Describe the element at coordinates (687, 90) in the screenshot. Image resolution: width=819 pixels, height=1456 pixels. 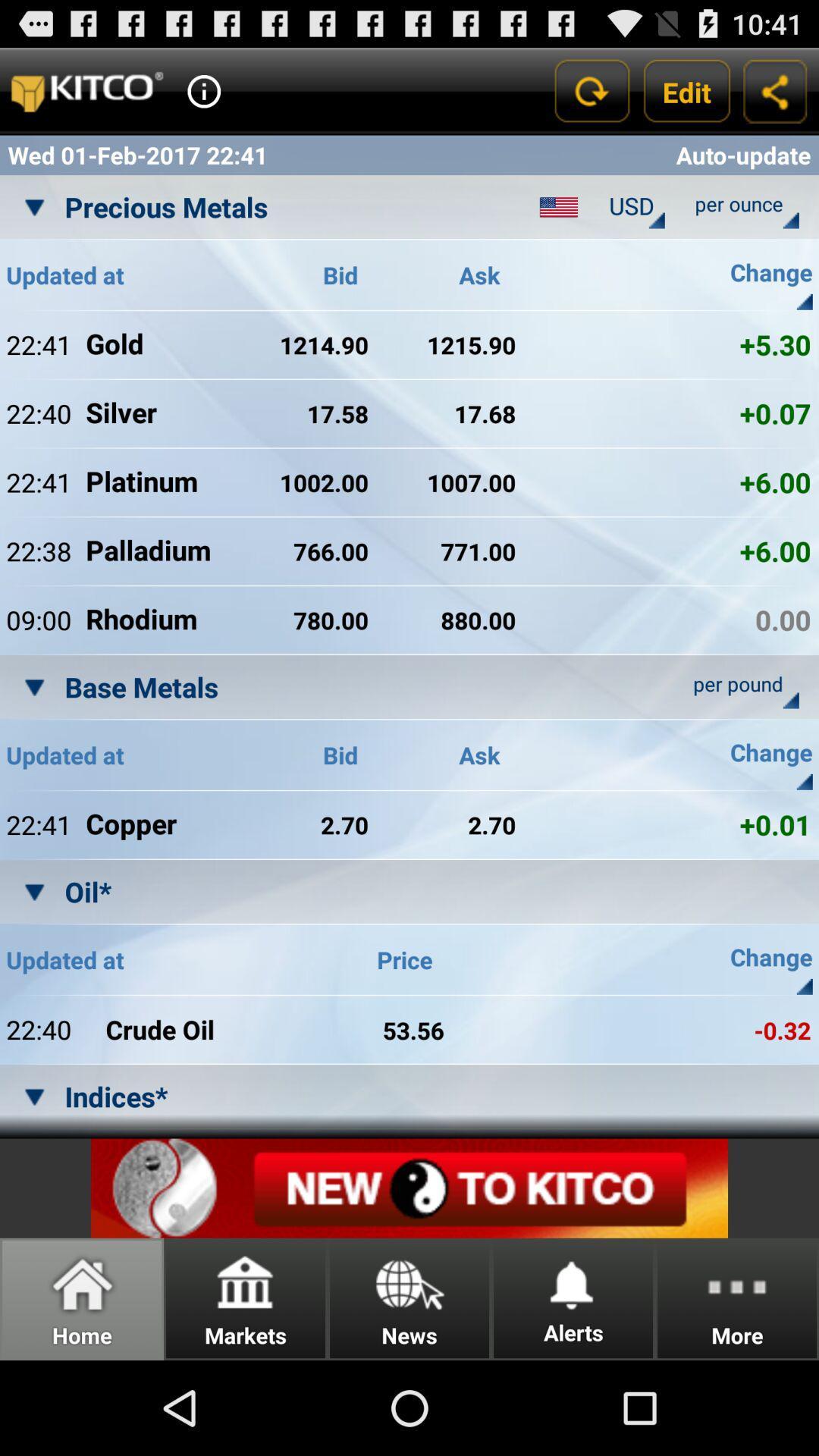
I see `edit item` at that location.